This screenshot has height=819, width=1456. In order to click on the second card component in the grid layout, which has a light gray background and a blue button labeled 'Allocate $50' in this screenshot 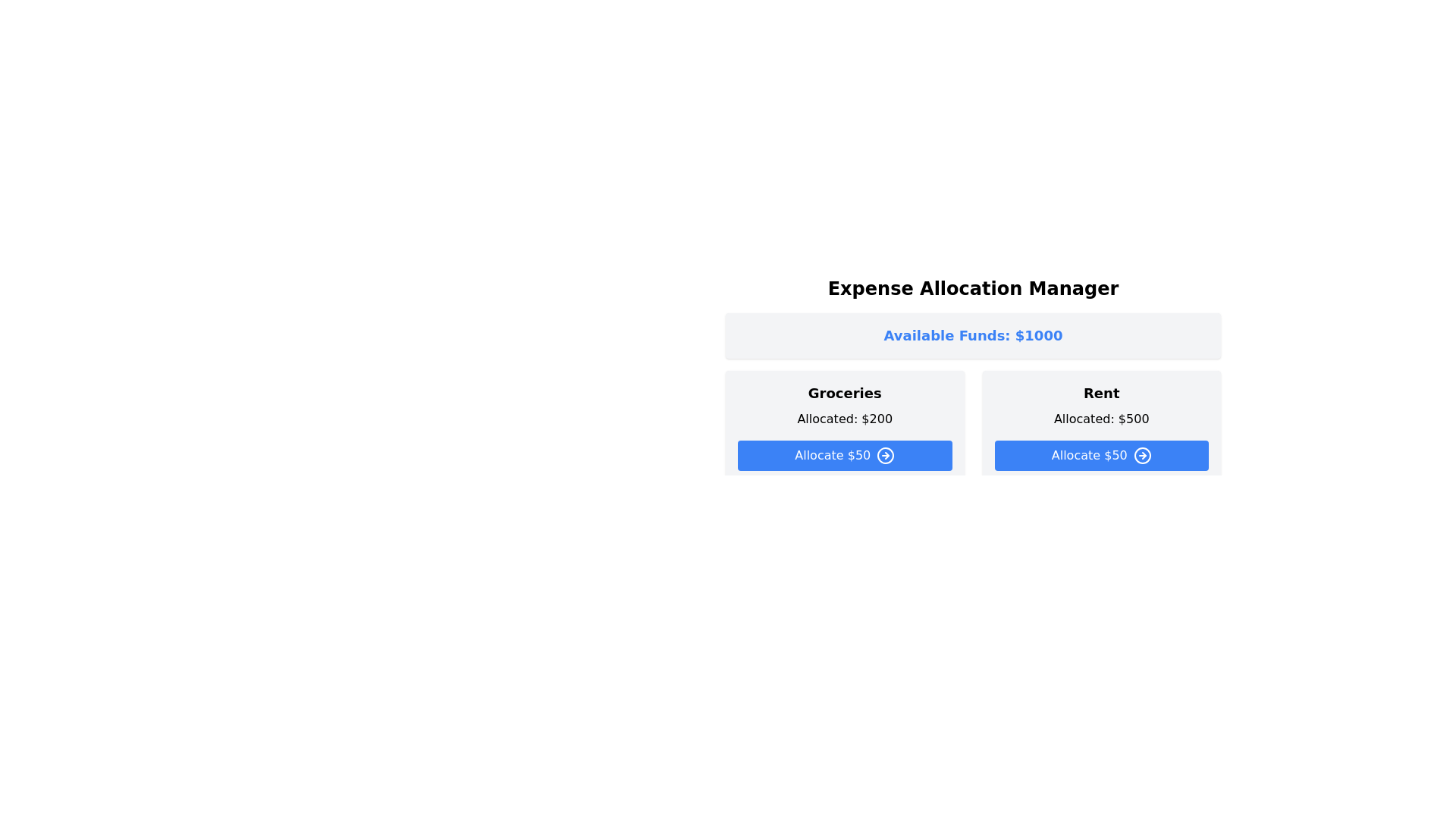, I will do `click(1101, 427)`.